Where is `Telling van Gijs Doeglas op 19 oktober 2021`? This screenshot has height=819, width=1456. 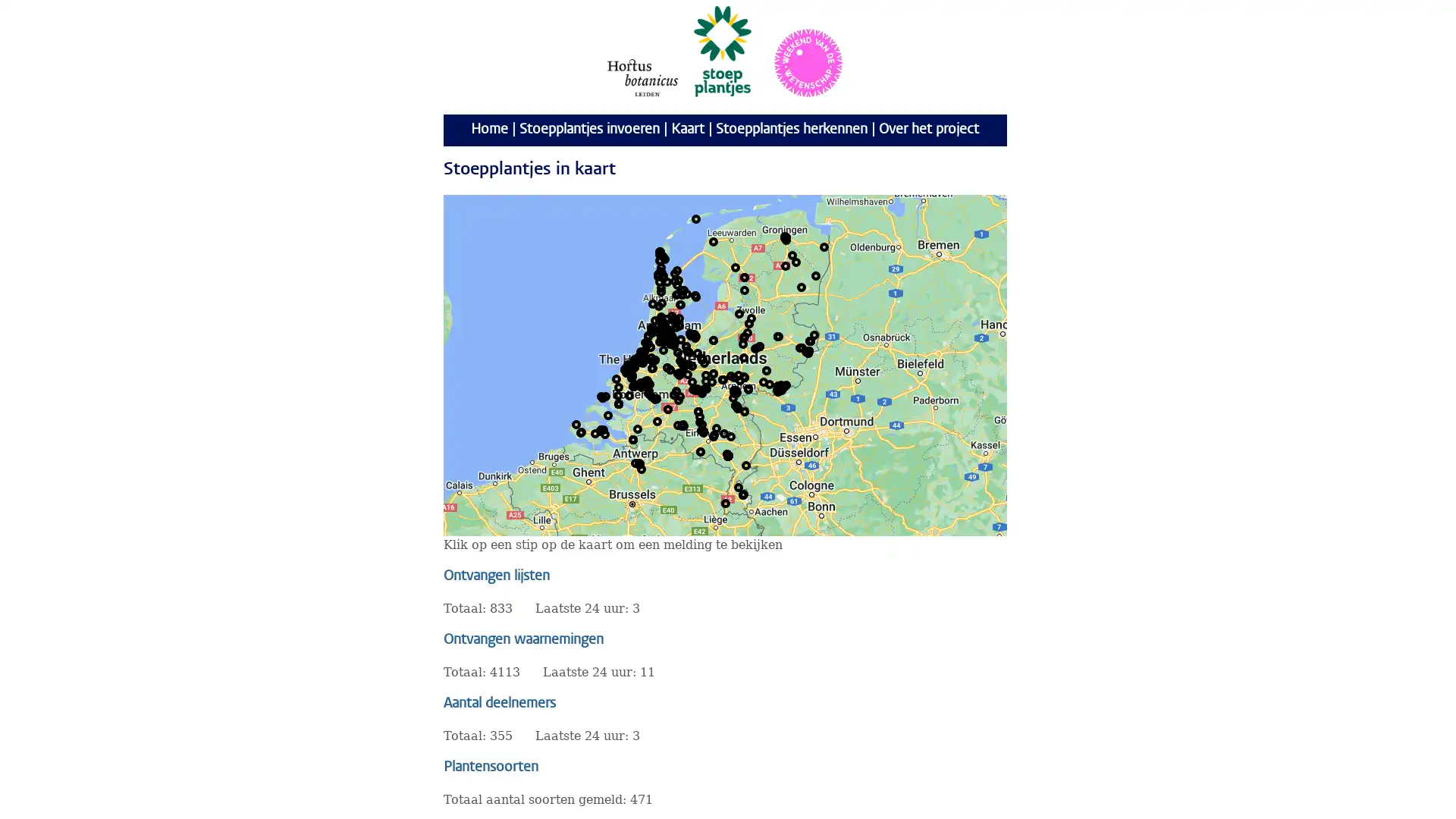 Telling van Gijs Doeglas op 19 oktober 2021 is located at coordinates (669, 332).